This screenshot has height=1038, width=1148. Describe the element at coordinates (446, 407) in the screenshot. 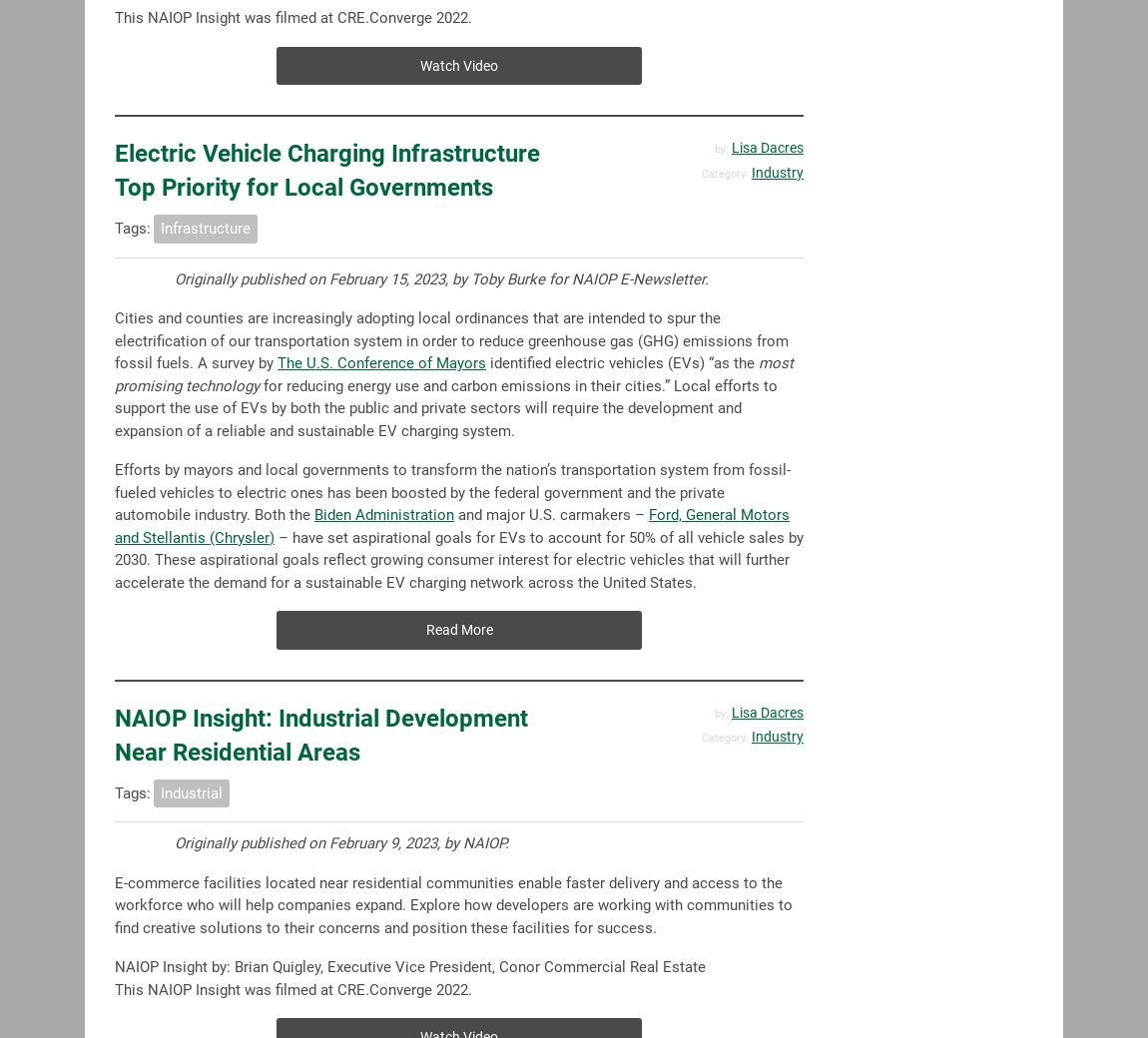

I see `'for reducing energy use and carbon emissions in their cities.” Local efforts to support the use of EVs by both the public and private sectors will require the development and expansion of a reliable and sustainable EV charging system.'` at that location.